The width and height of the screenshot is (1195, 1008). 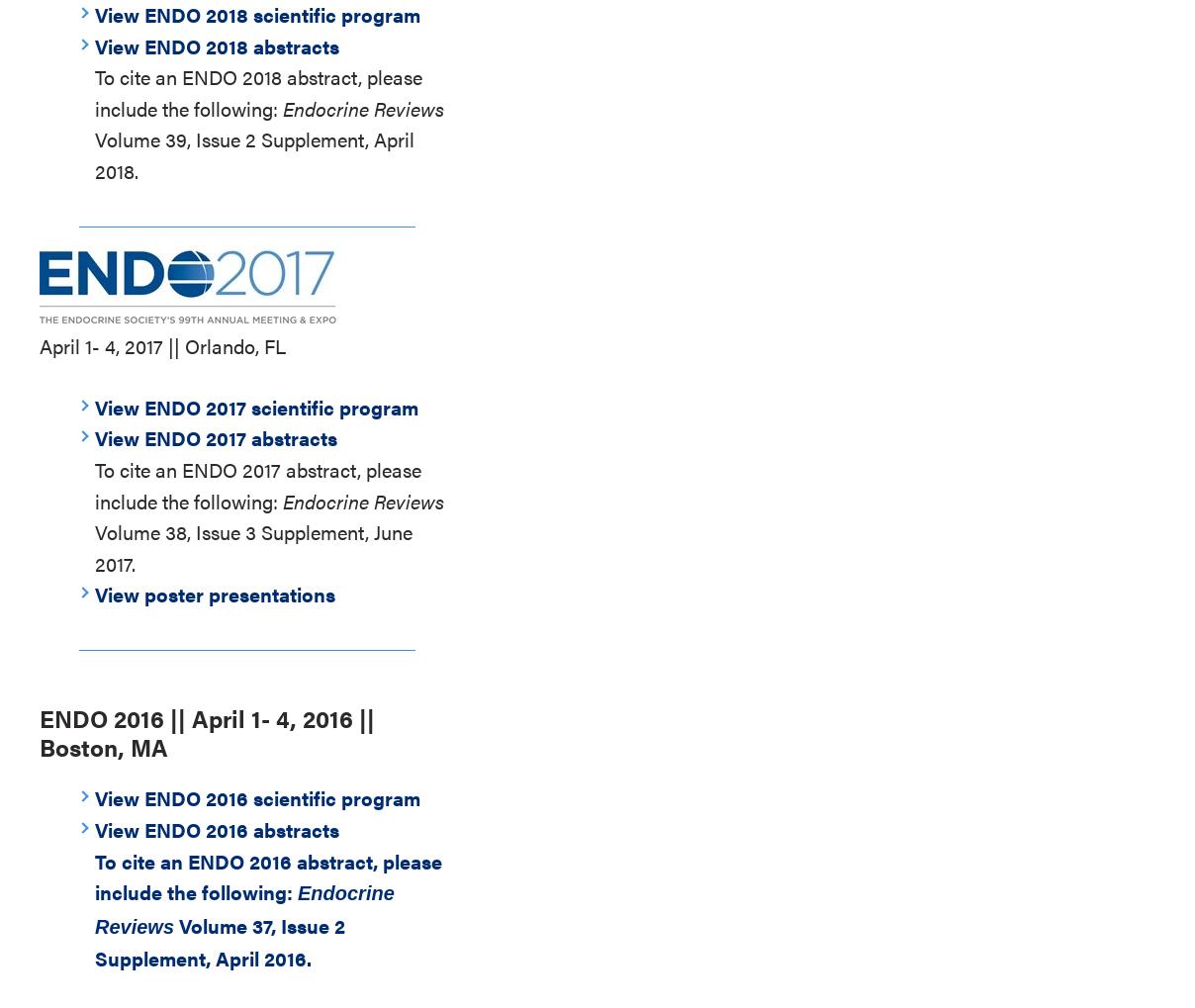 What do you see at coordinates (94, 154) in the screenshot?
I see `'Volume 39, Issue 2 Supplement, April 2018.'` at bounding box center [94, 154].